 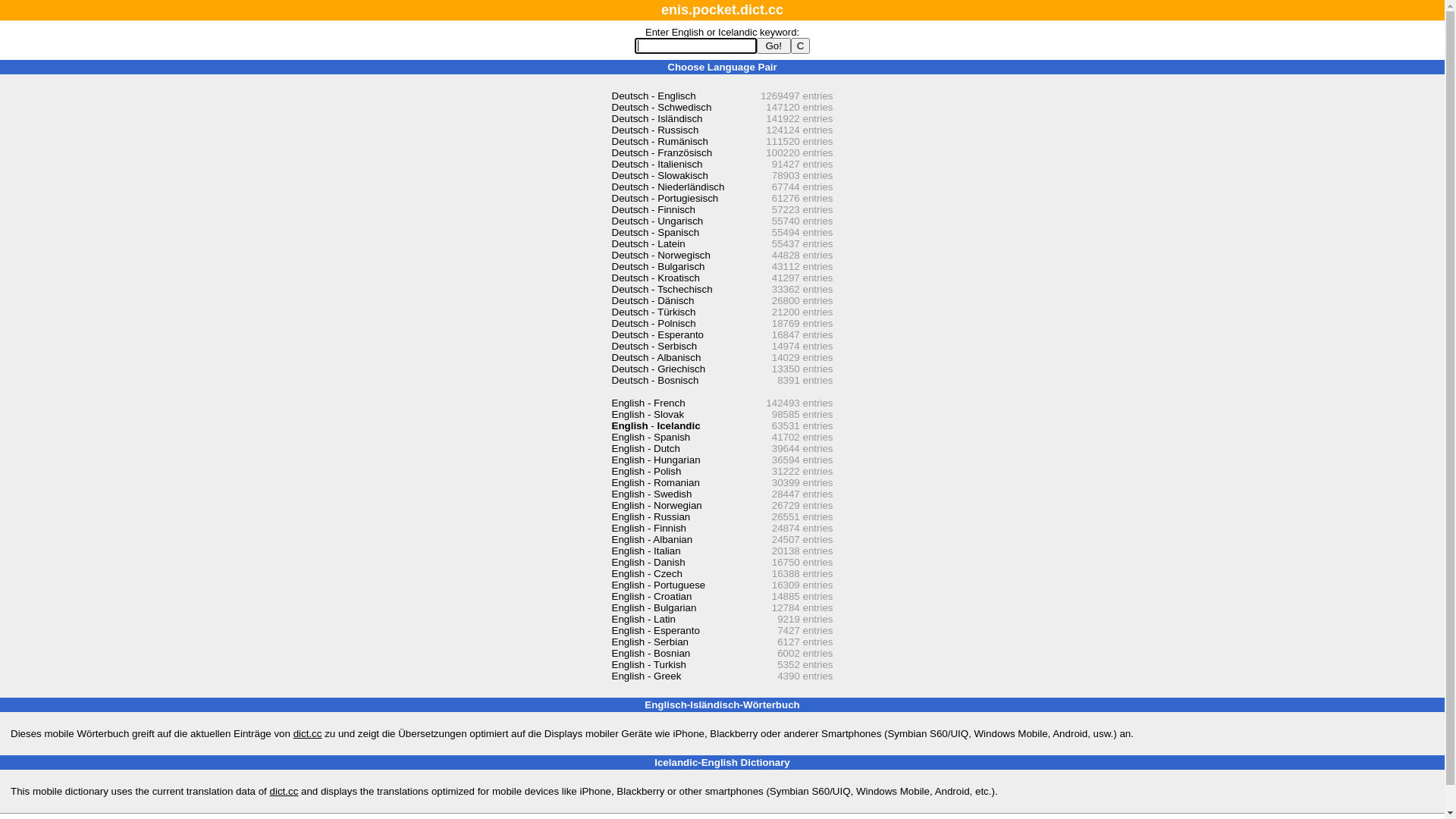 What do you see at coordinates (611, 322) in the screenshot?
I see `'Deutsch - Polnisch'` at bounding box center [611, 322].